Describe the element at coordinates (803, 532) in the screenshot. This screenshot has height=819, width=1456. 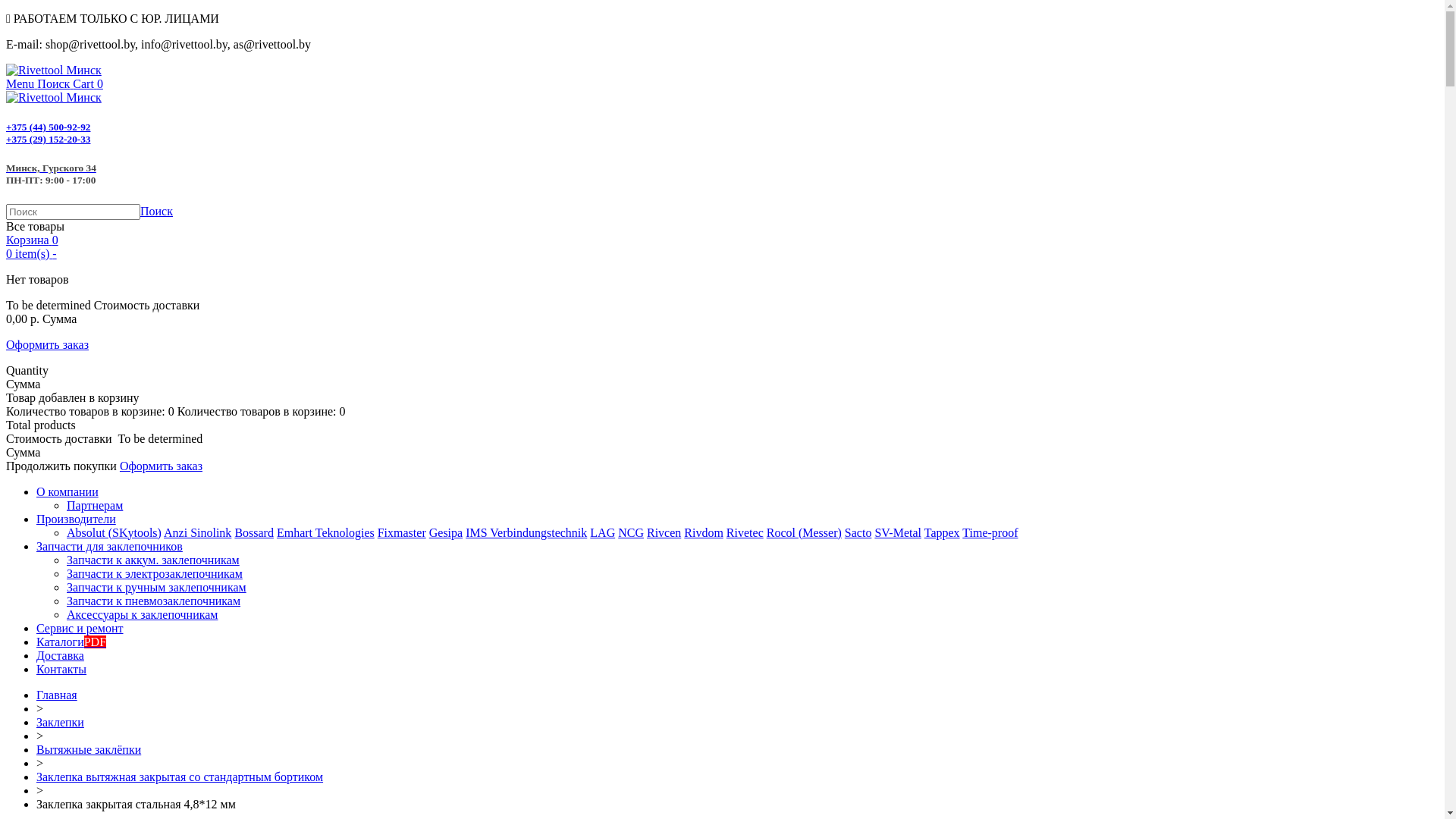
I see `'Rocol (Messer)'` at that location.